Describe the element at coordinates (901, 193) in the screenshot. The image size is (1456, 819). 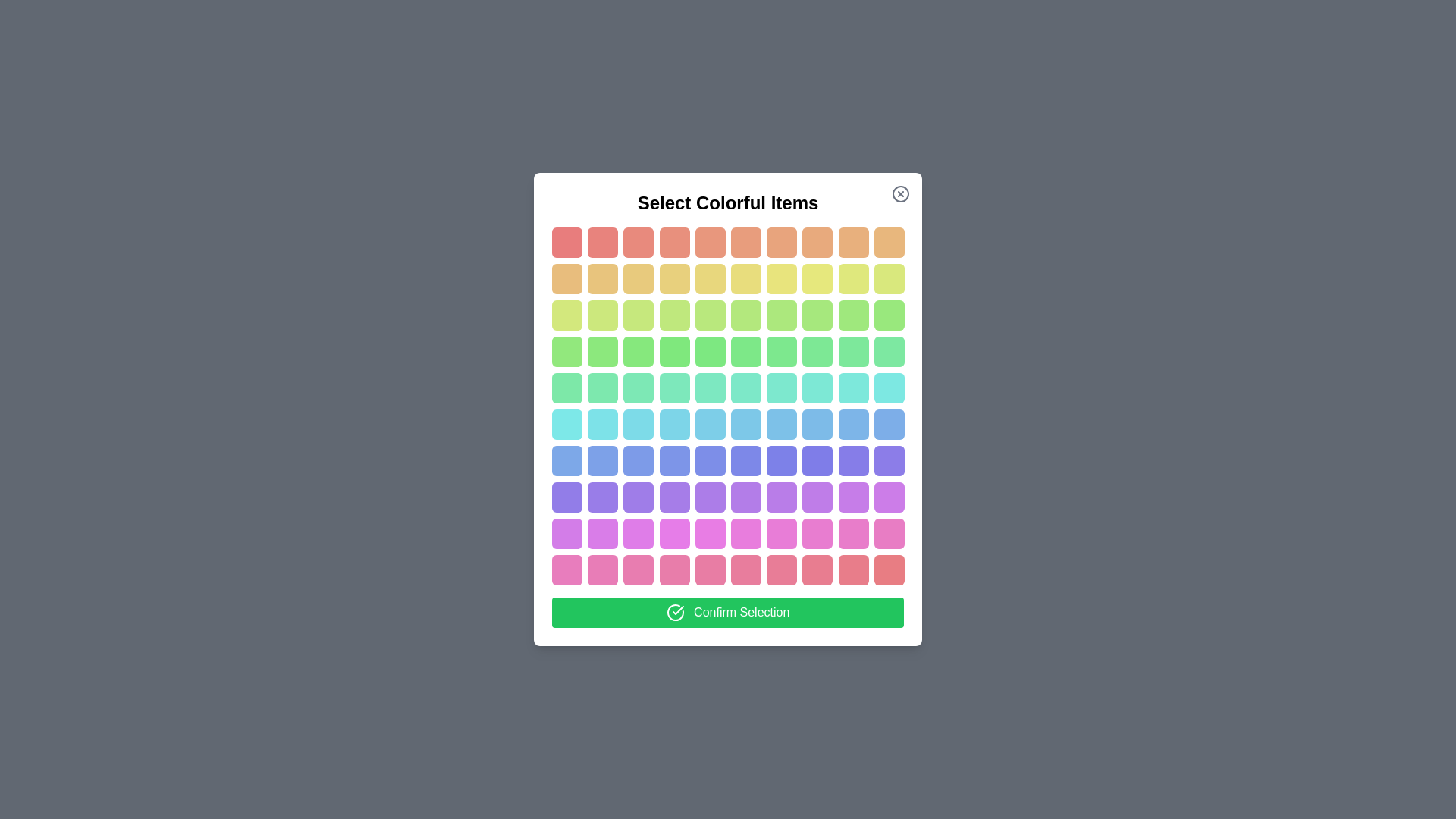
I see `the close button located at the top-right corner of the dialog` at that location.